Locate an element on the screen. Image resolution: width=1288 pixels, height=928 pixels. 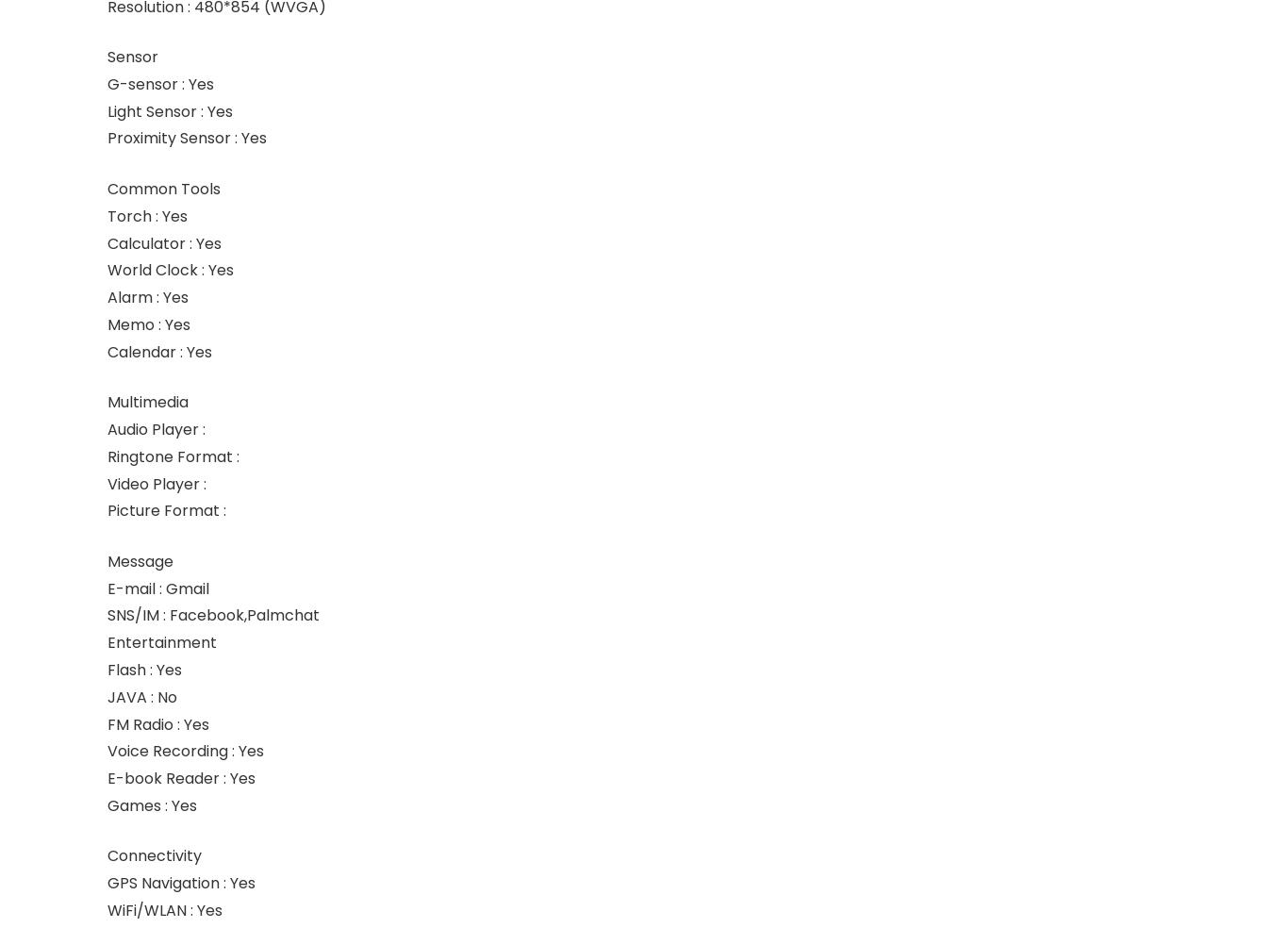
'Proximity Sensor : Yes' is located at coordinates (186, 138).